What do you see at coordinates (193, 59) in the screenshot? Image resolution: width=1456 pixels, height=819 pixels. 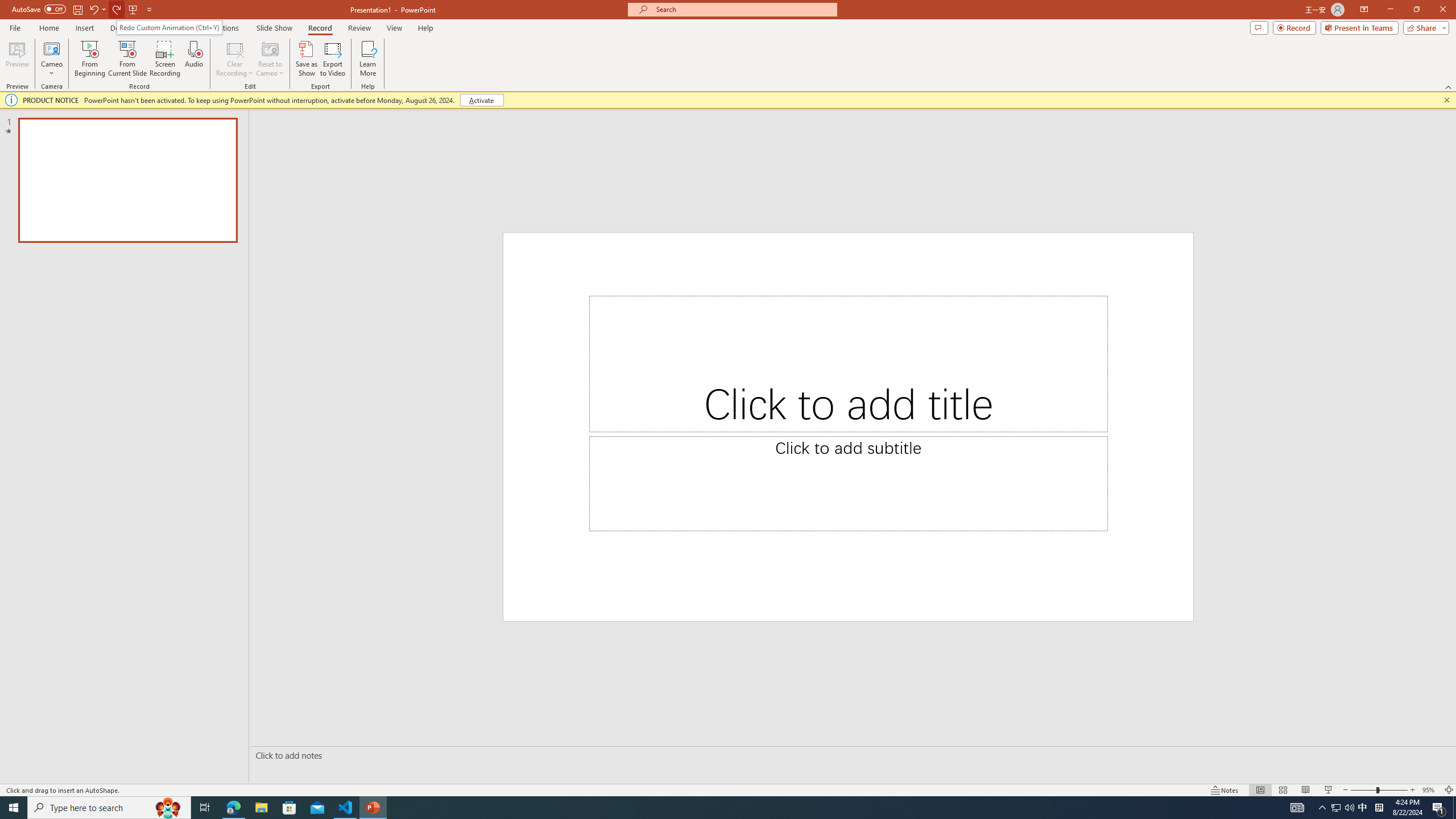 I see `'Audio'` at bounding box center [193, 59].